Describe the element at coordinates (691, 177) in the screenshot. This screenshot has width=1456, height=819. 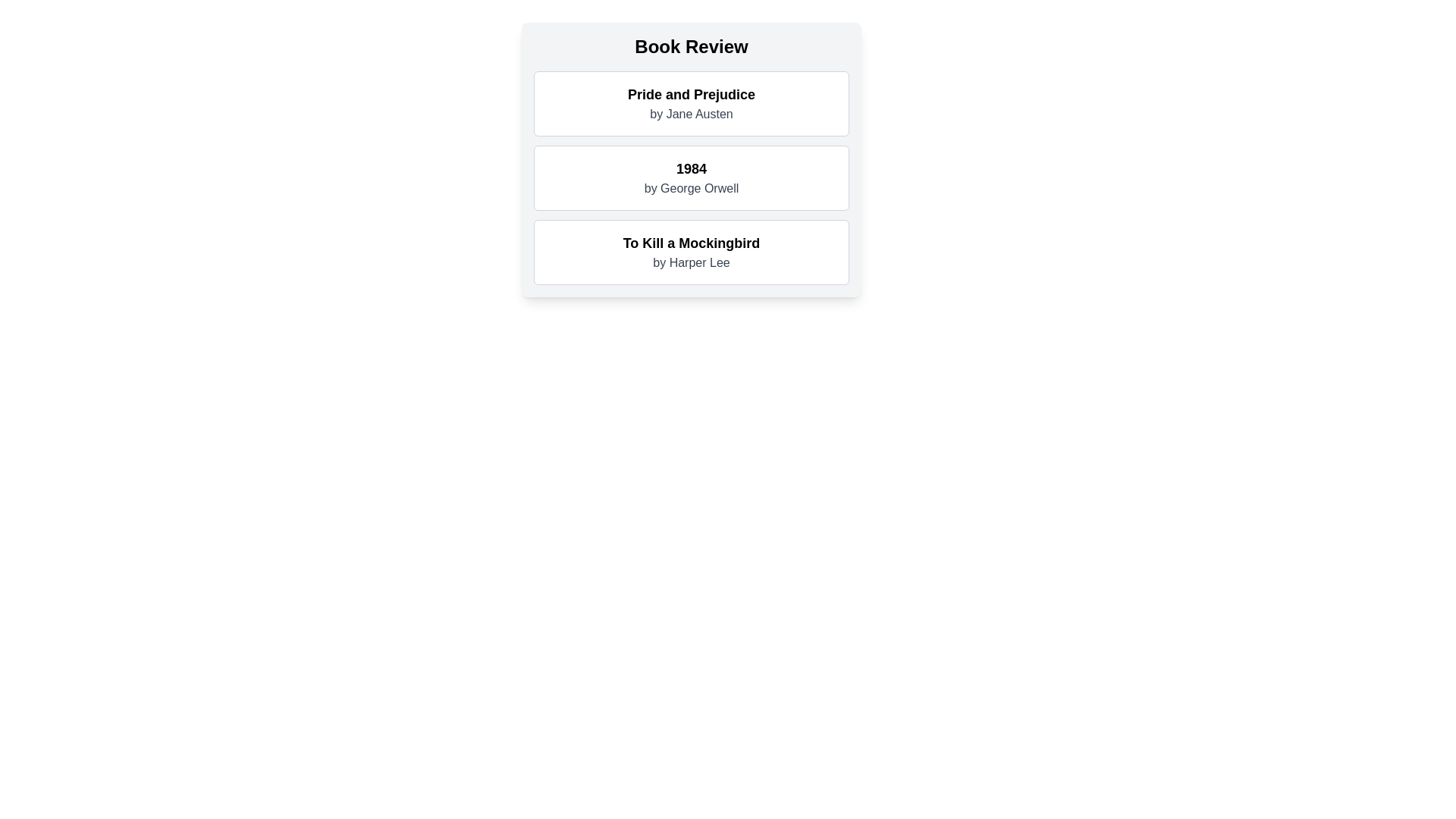
I see `the grid layout containing book titles and author names` at that location.